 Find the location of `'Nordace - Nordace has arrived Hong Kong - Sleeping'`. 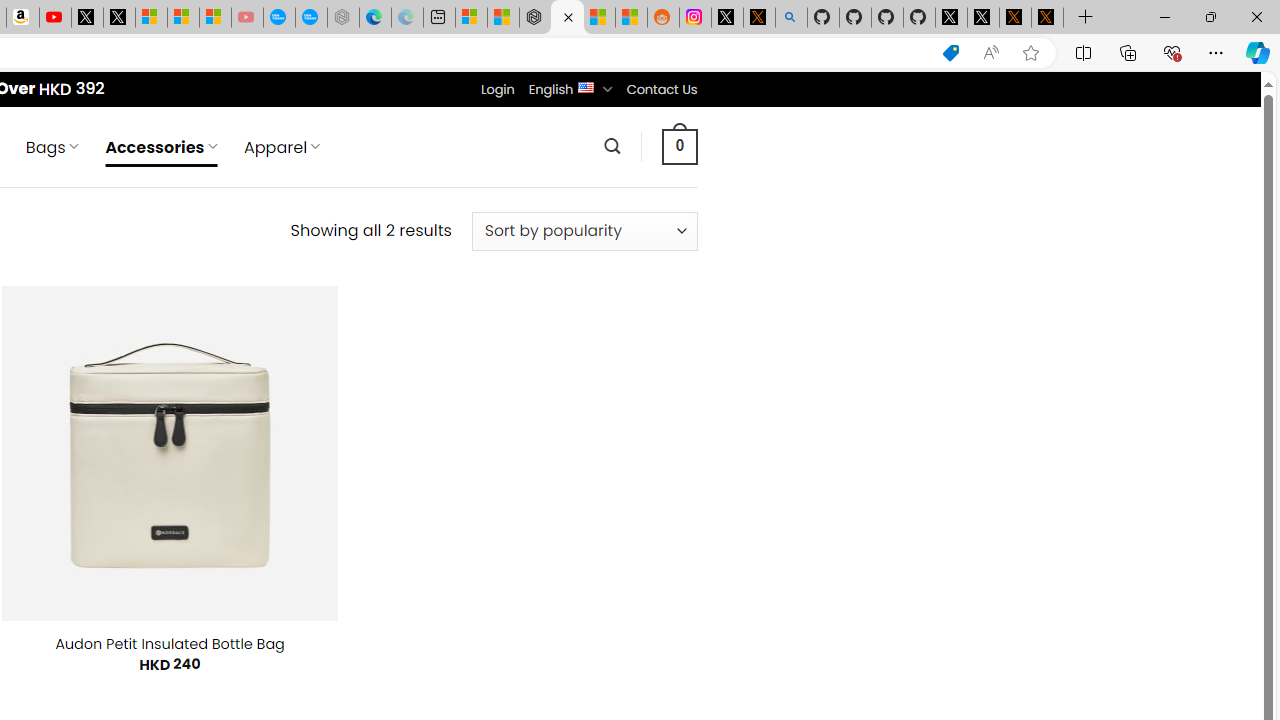

'Nordace - Nordace has arrived Hong Kong - Sleeping' is located at coordinates (343, 17).